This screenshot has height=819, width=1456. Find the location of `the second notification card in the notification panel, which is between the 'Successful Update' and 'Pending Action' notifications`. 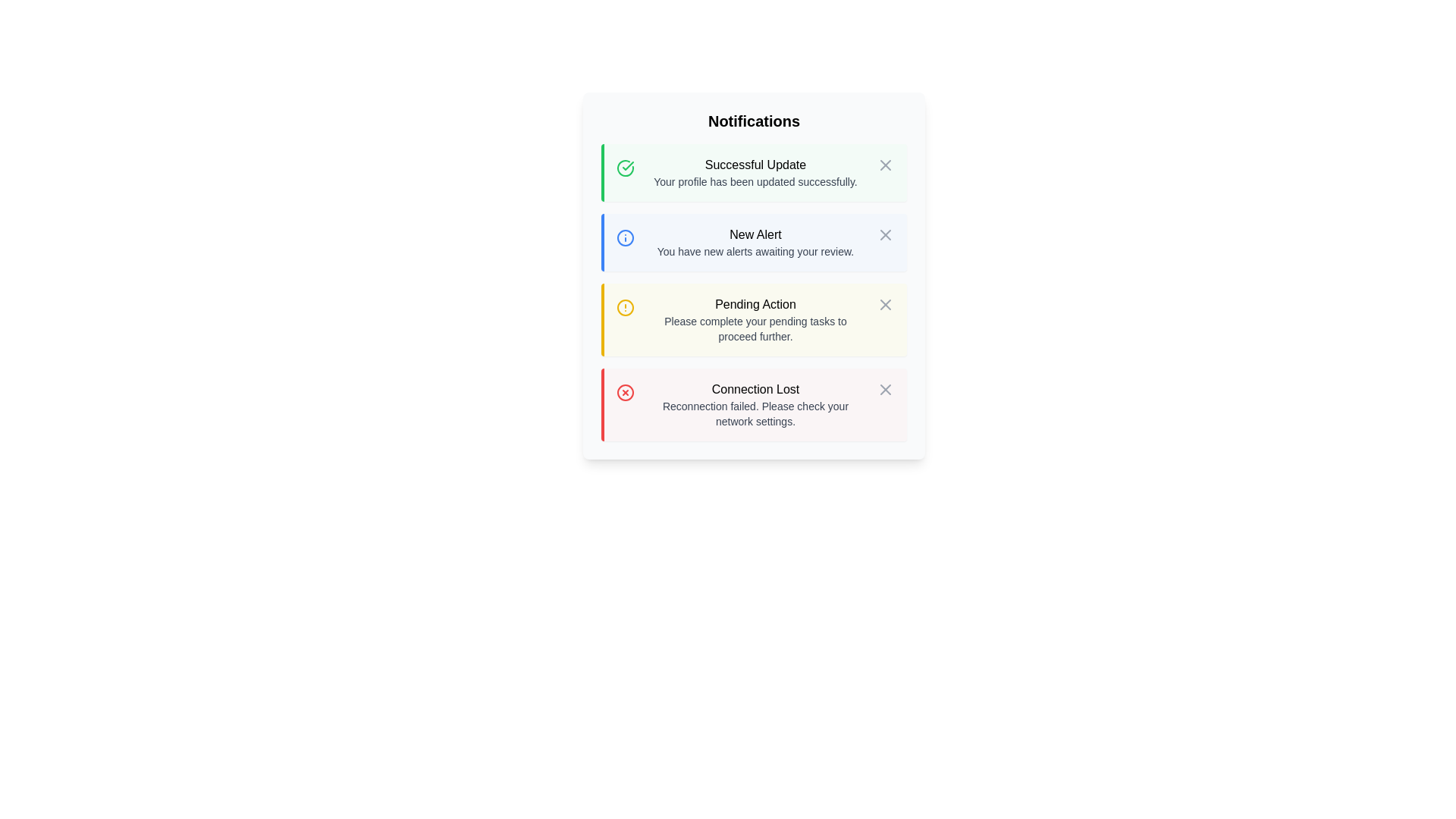

the second notification card in the notification panel, which is between the 'Successful Update' and 'Pending Action' notifications is located at coordinates (754, 242).